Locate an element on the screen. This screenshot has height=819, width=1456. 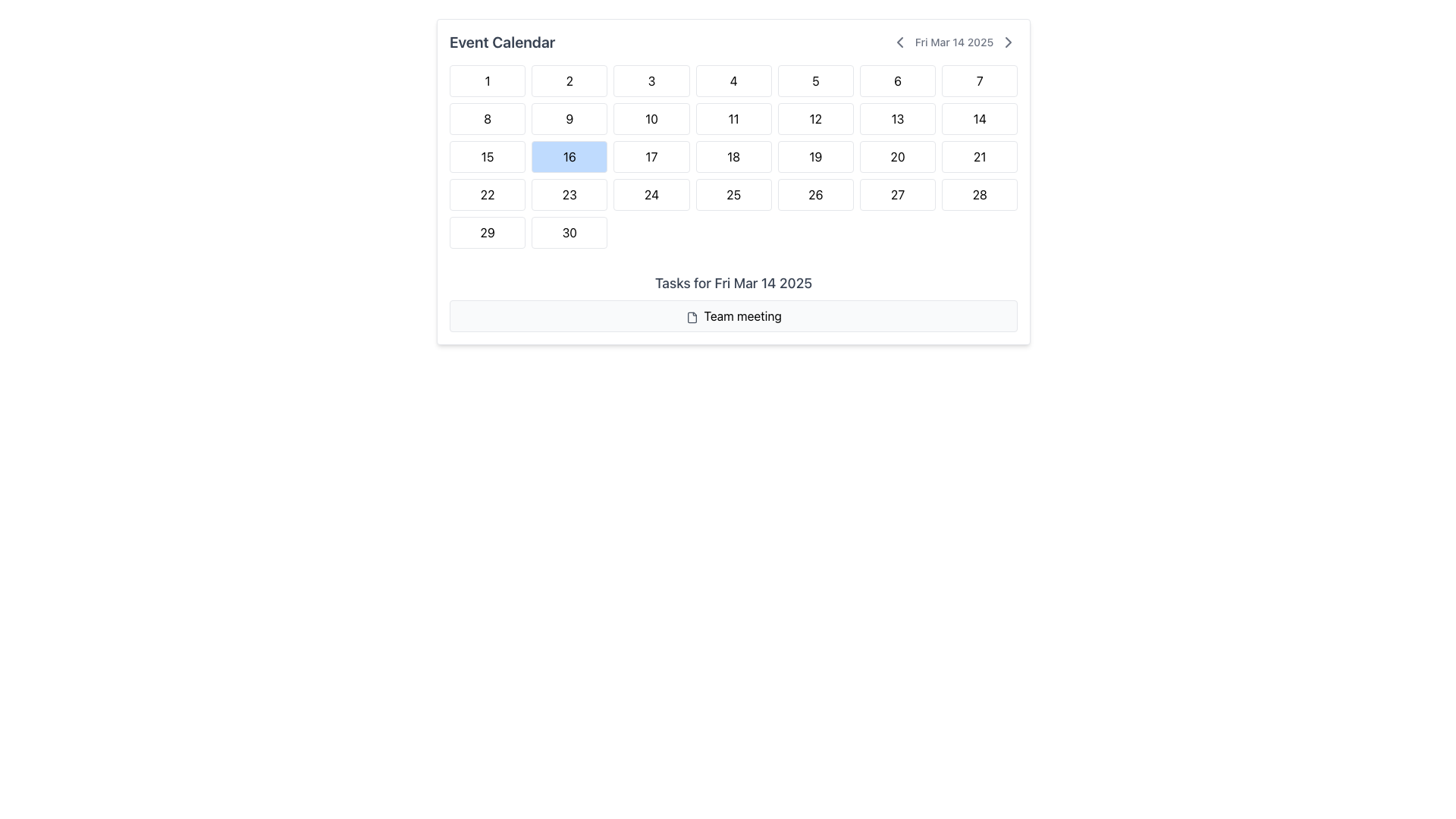
the selectable date box representing the 16th day in the calendar grid is located at coordinates (569, 157).